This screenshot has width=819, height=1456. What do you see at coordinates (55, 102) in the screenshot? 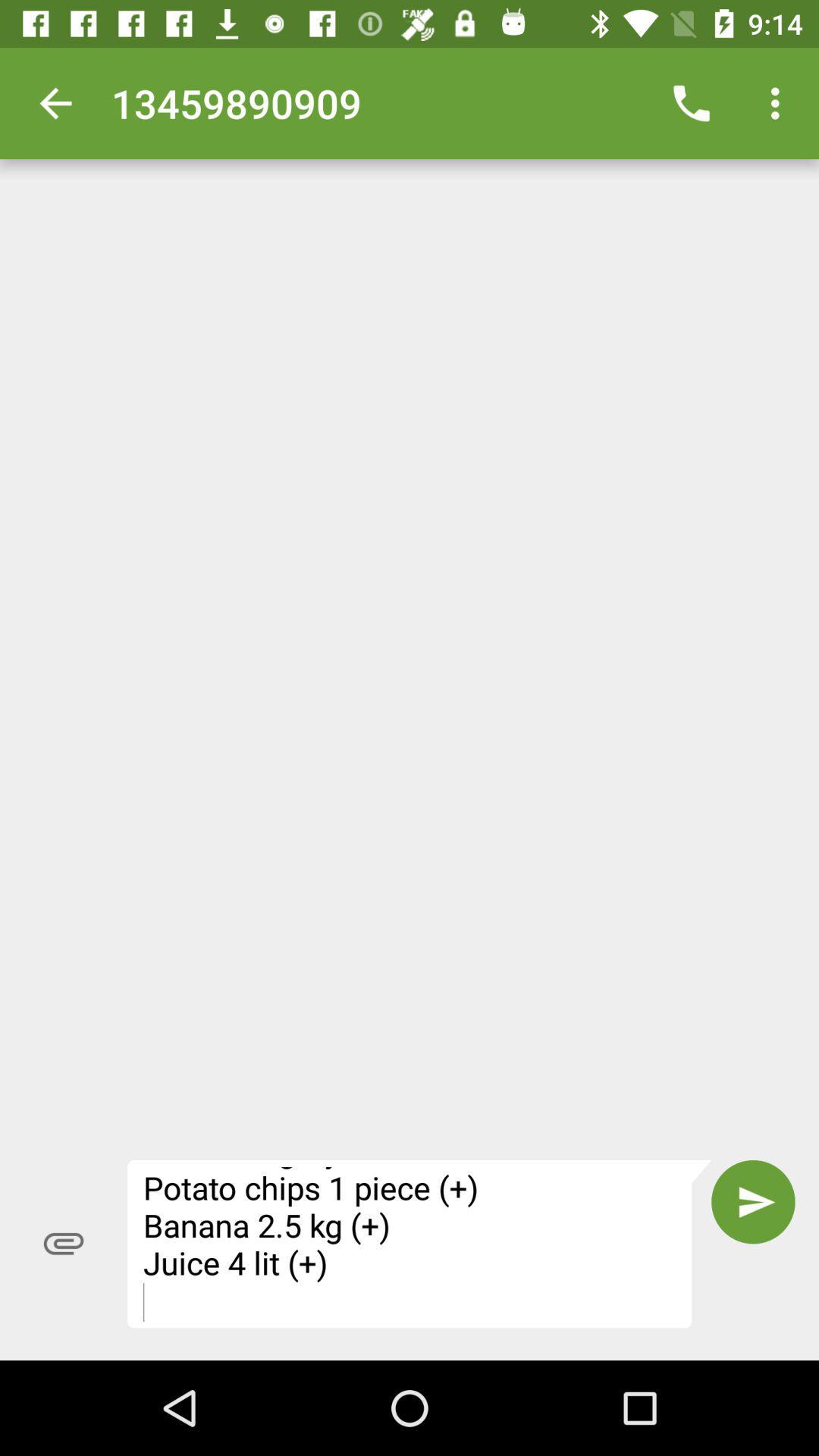
I see `the icon next to the 13459890909 icon` at bounding box center [55, 102].